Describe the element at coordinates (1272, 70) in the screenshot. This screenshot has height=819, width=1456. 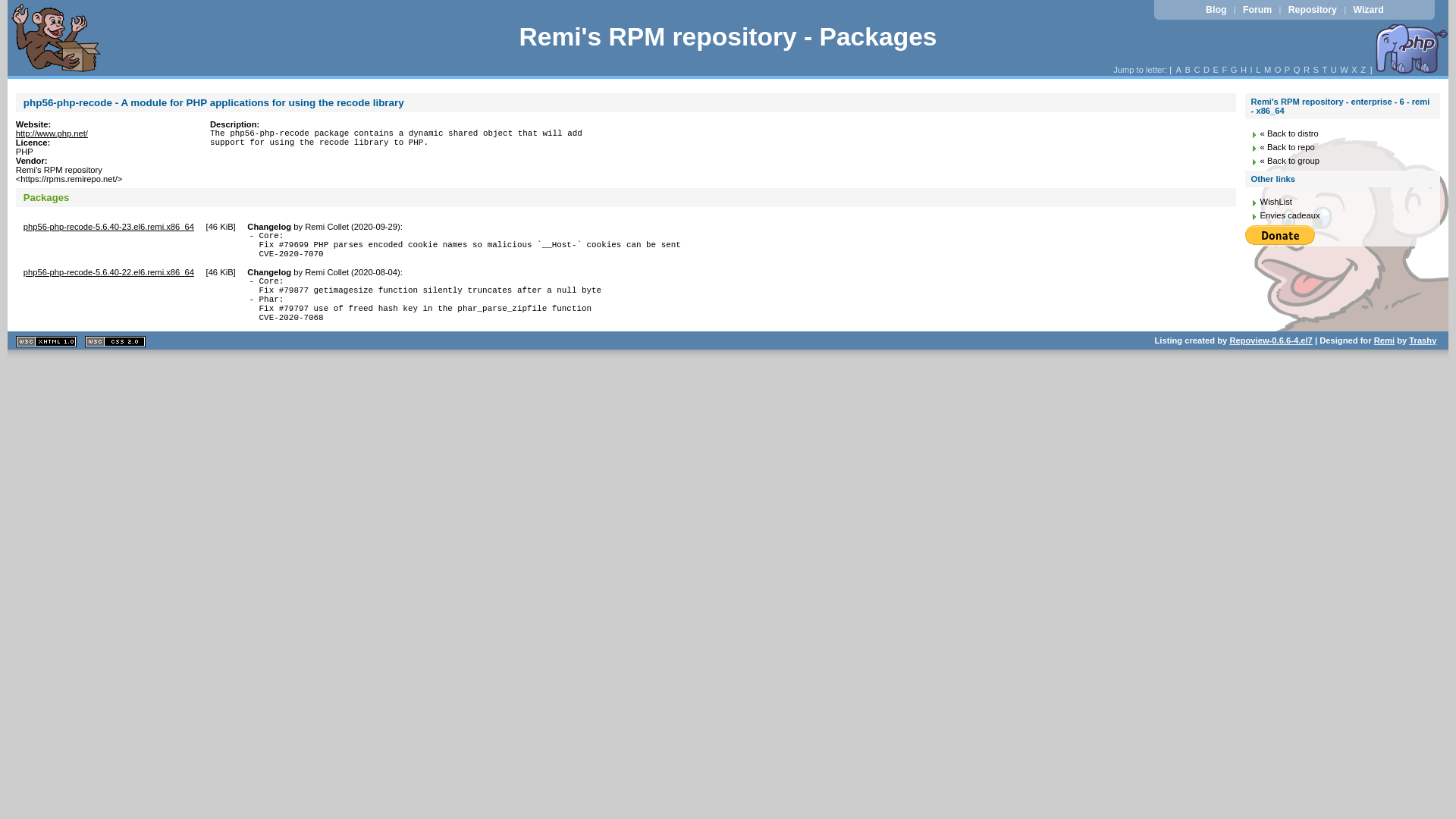
I see `'O'` at that location.